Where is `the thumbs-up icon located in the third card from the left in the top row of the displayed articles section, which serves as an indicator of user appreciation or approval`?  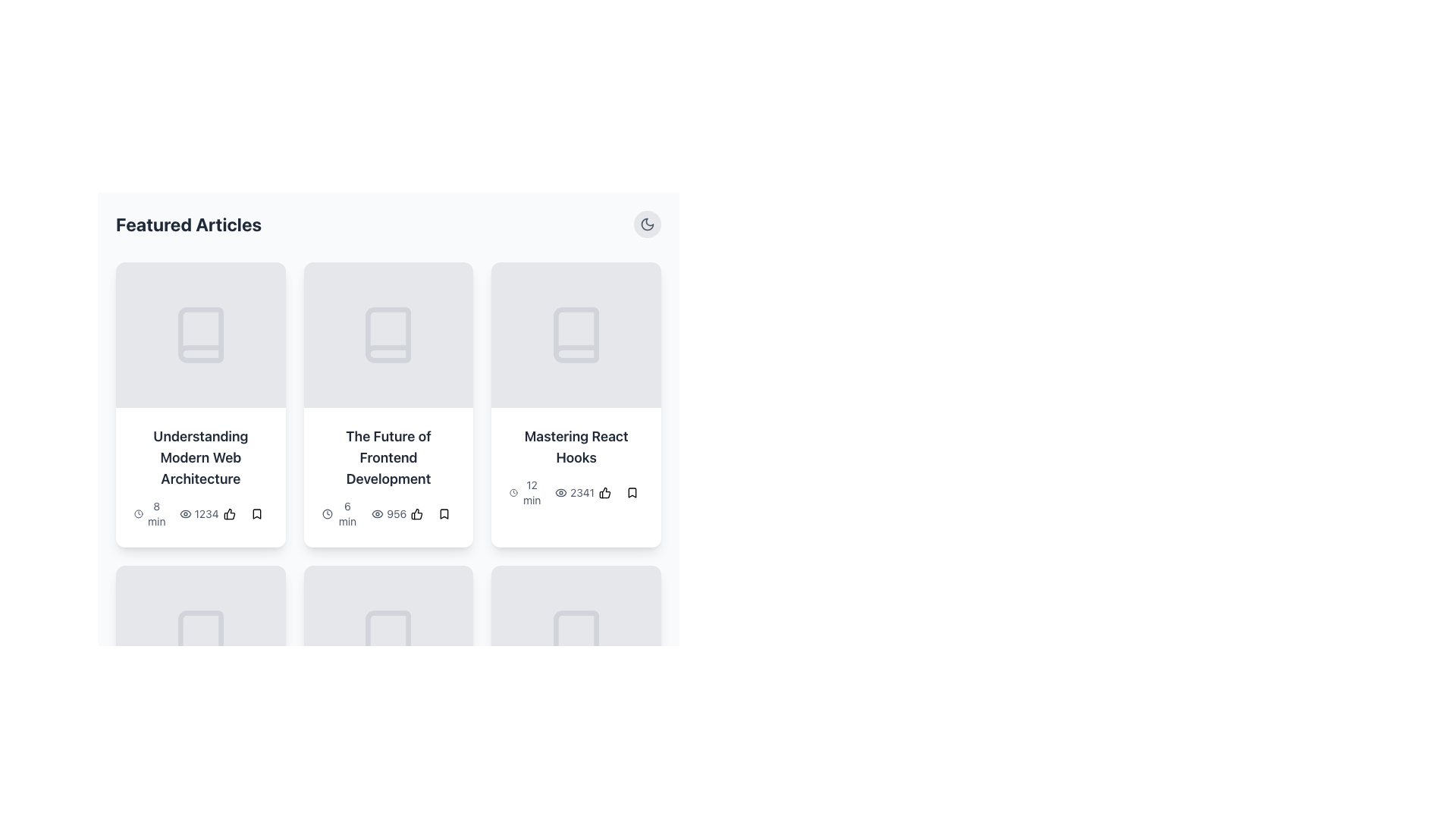
the thumbs-up icon located in the third card from the left in the top row of the displayed articles section, which serves as an indicator of user appreciation or approval is located at coordinates (228, 513).